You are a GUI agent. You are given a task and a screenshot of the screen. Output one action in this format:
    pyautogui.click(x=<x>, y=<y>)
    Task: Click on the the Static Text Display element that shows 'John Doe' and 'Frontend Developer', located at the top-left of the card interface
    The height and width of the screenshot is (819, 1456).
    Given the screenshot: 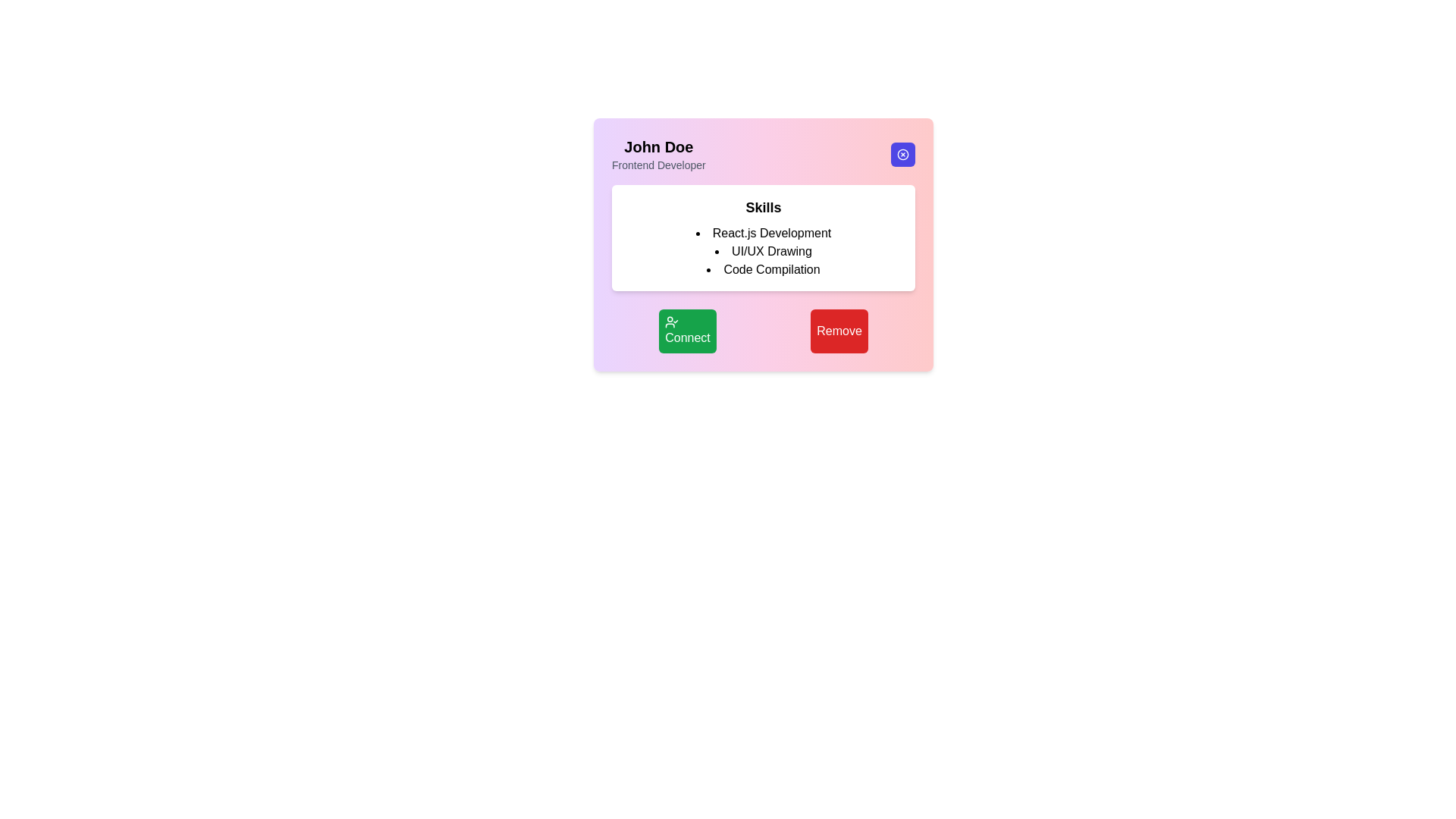 What is the action you would take?
    pyautogui.click(x=658, y=155)
    